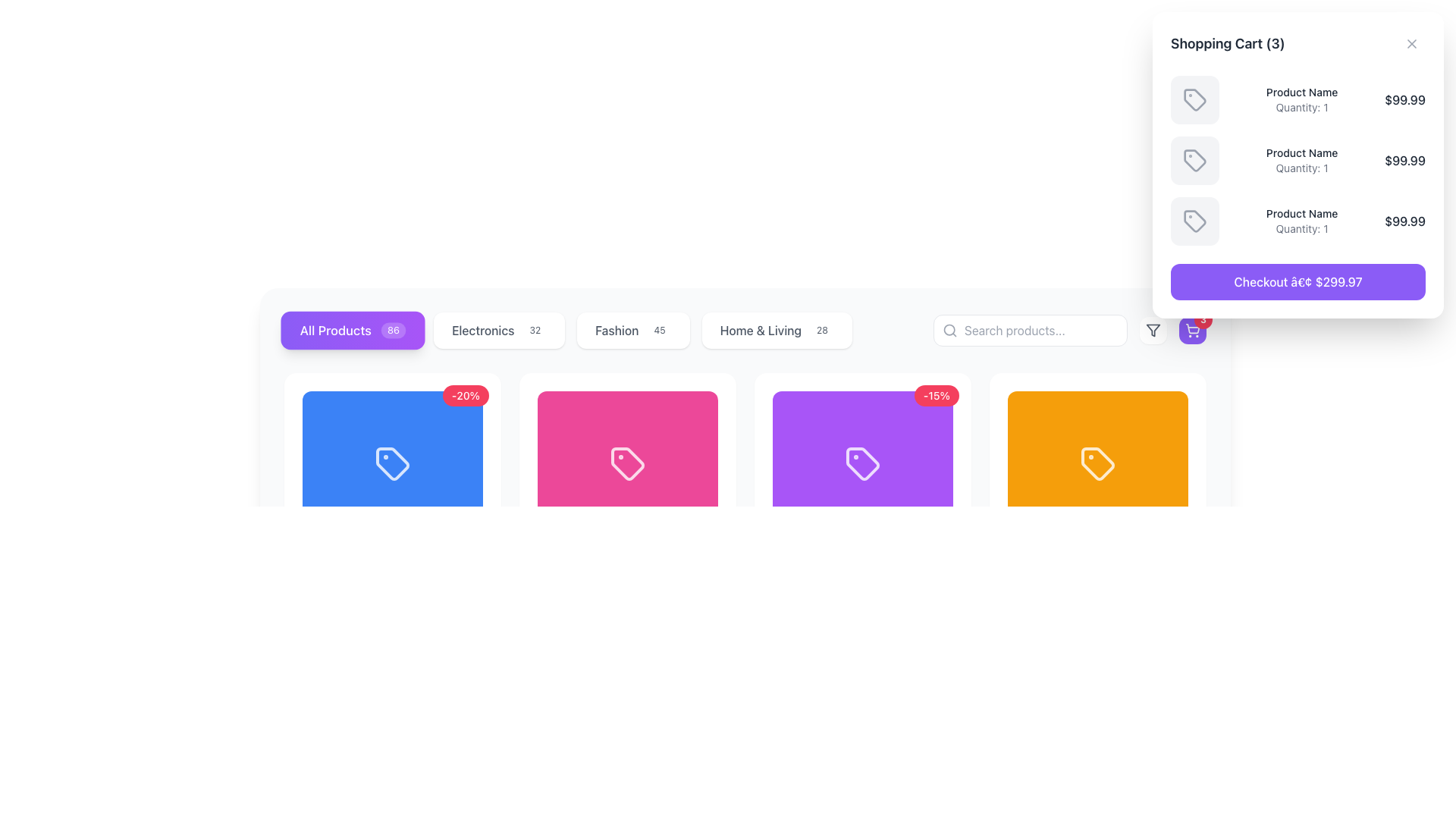 The image size is (1456, 819). What do you see at coordinates (1298, 221) in the screenshot?
I see `the product entry text in the shopping cart sidebar` at bounding box center [1298, 221].